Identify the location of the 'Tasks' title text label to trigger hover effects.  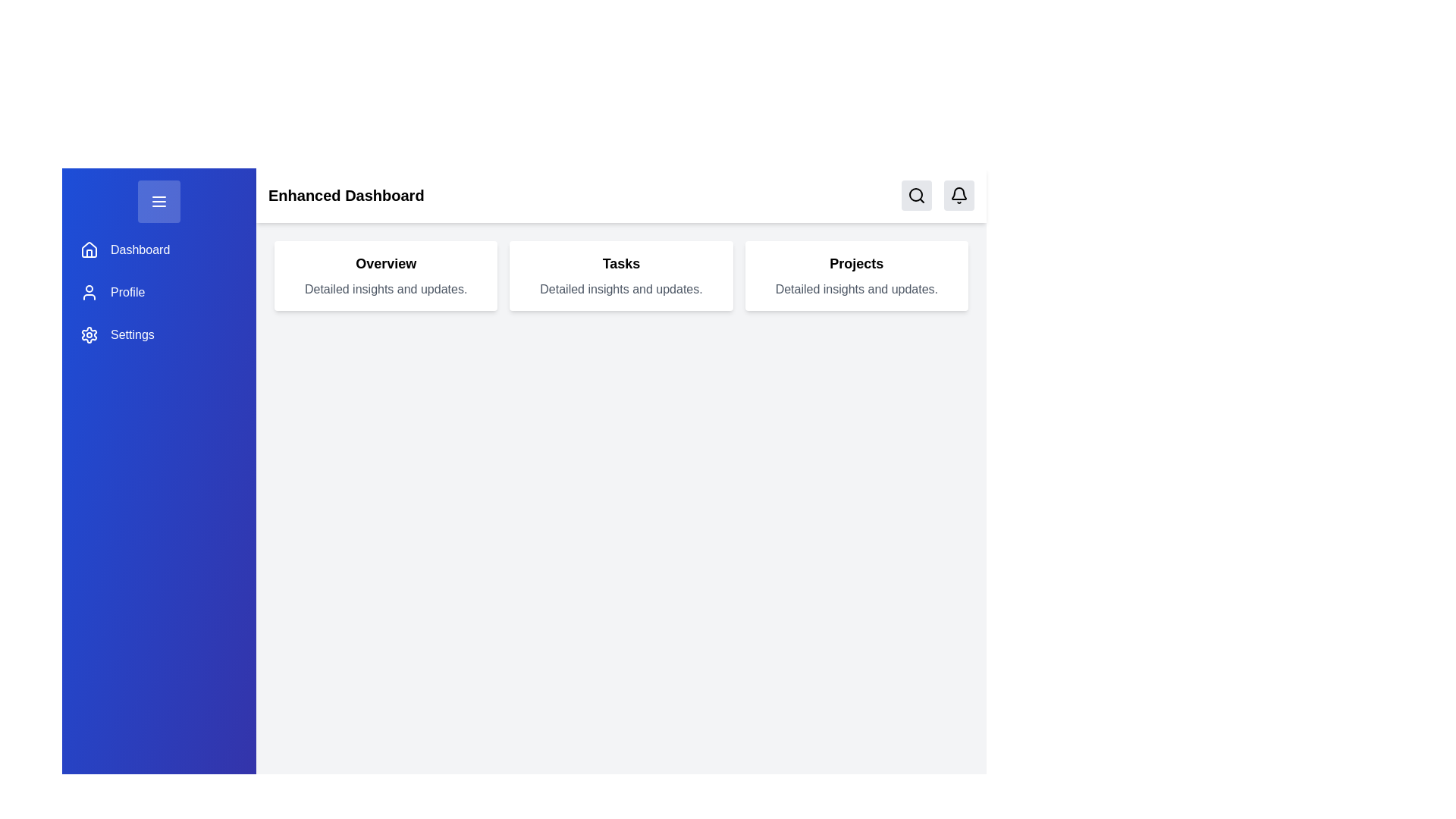
(621, 262).